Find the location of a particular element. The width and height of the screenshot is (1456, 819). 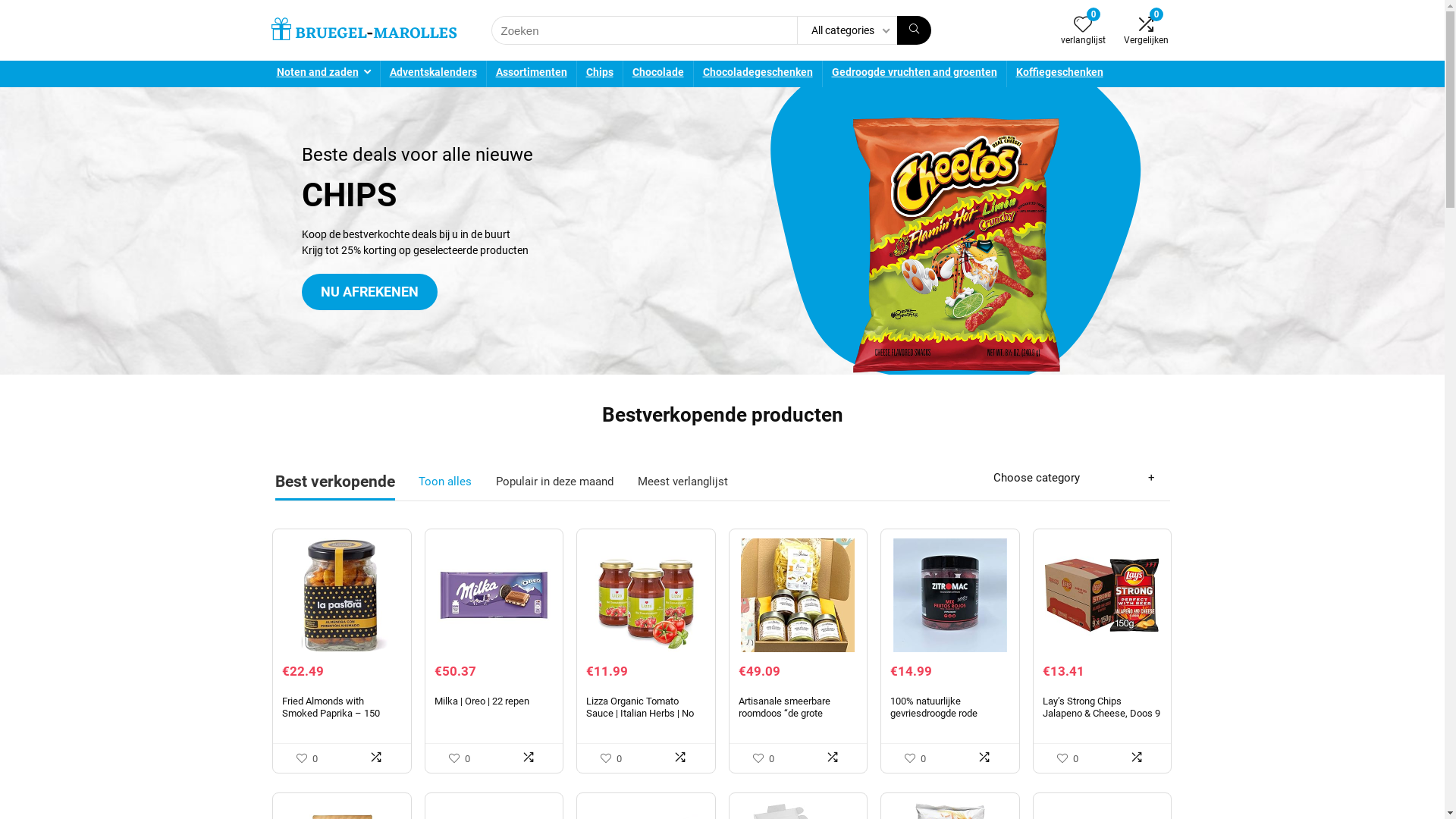

'0' is located at coordinates (1082, 26).